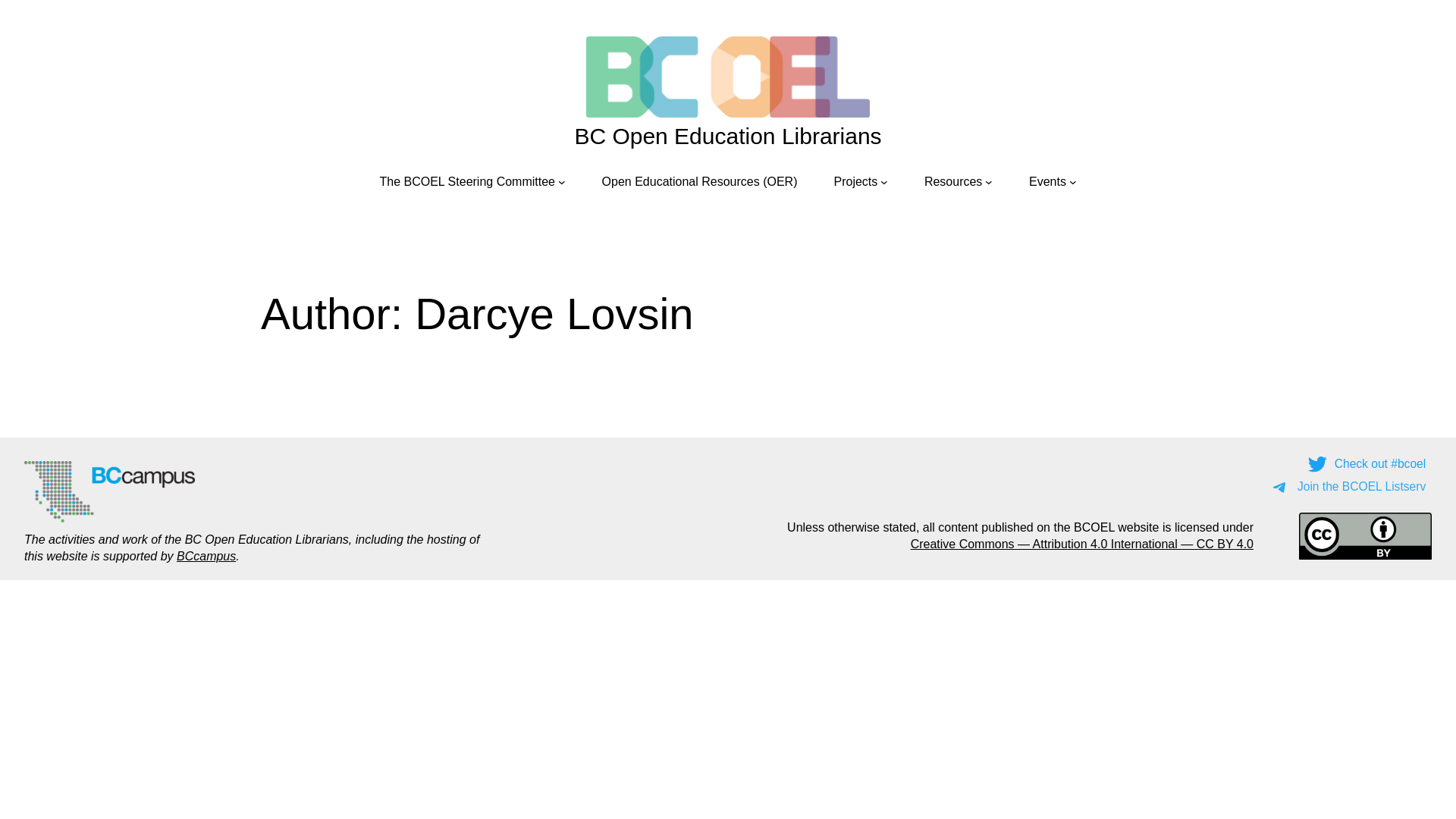  I want to click on 'Open Educational Resources (OER)', so click(601, 180).